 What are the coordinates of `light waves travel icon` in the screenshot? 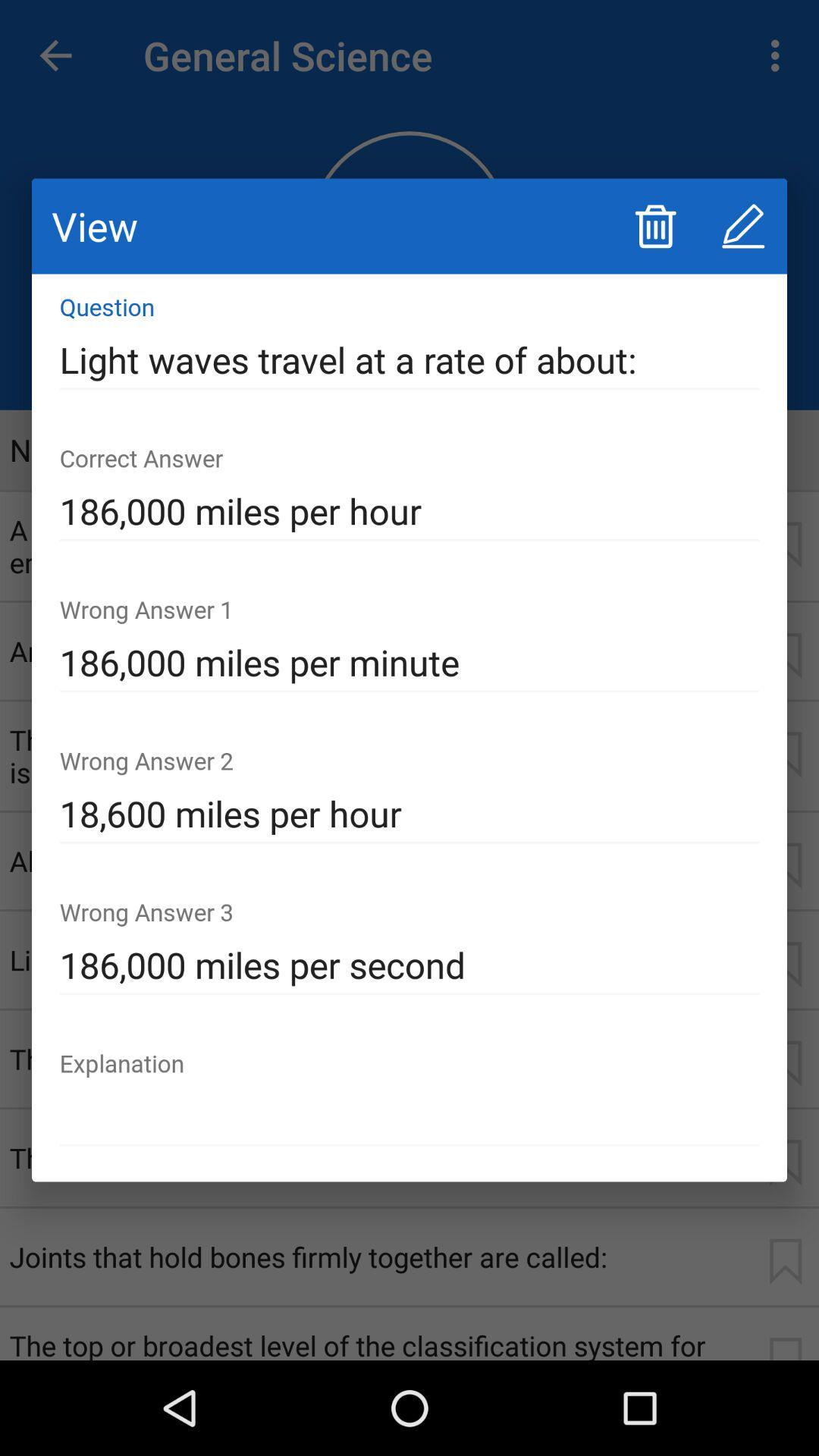 It's located at (409, 359).